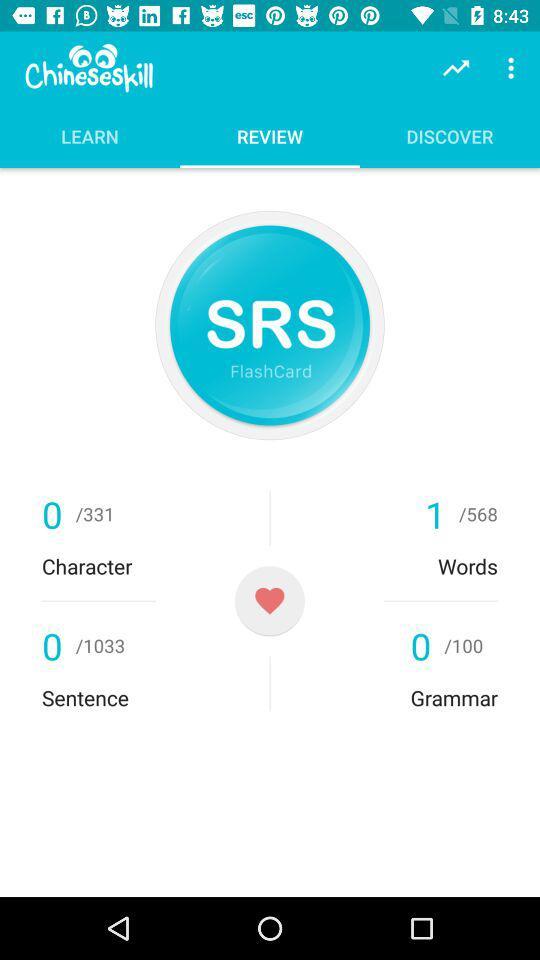 Image resolution: width=540 pixels, height=960 pixels. Describe the element at coordinates (455, 68) in the screenshot. I see `the item above the discover icon` at that location.